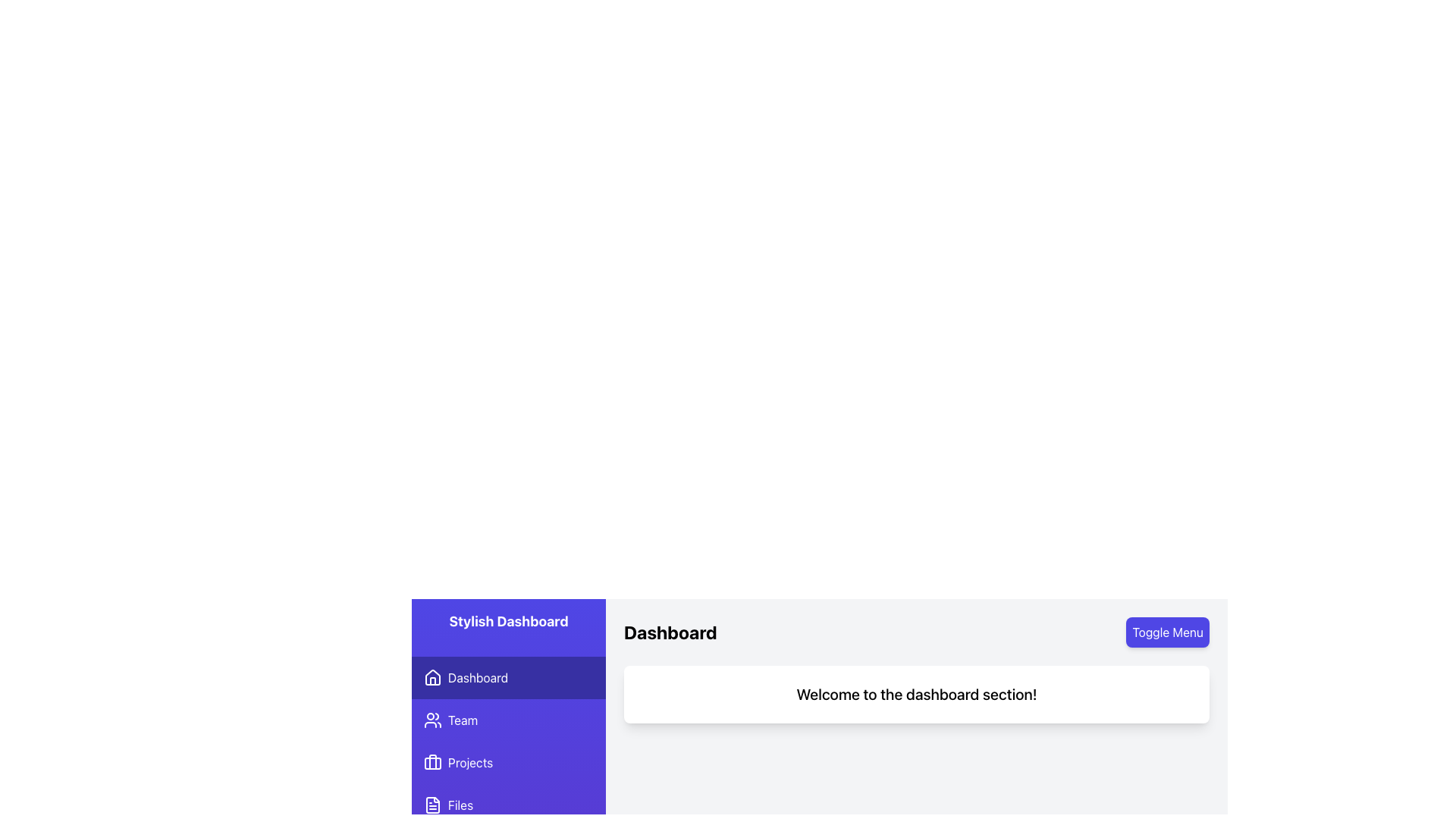 This screenshot has height=819, width=1456. Describe the element at coordinates (432, 762) in the screenshot. I see `the graphical detail of the briefcase icon located in the left-hand sidebar menu under the 'Projects' section` at that location.